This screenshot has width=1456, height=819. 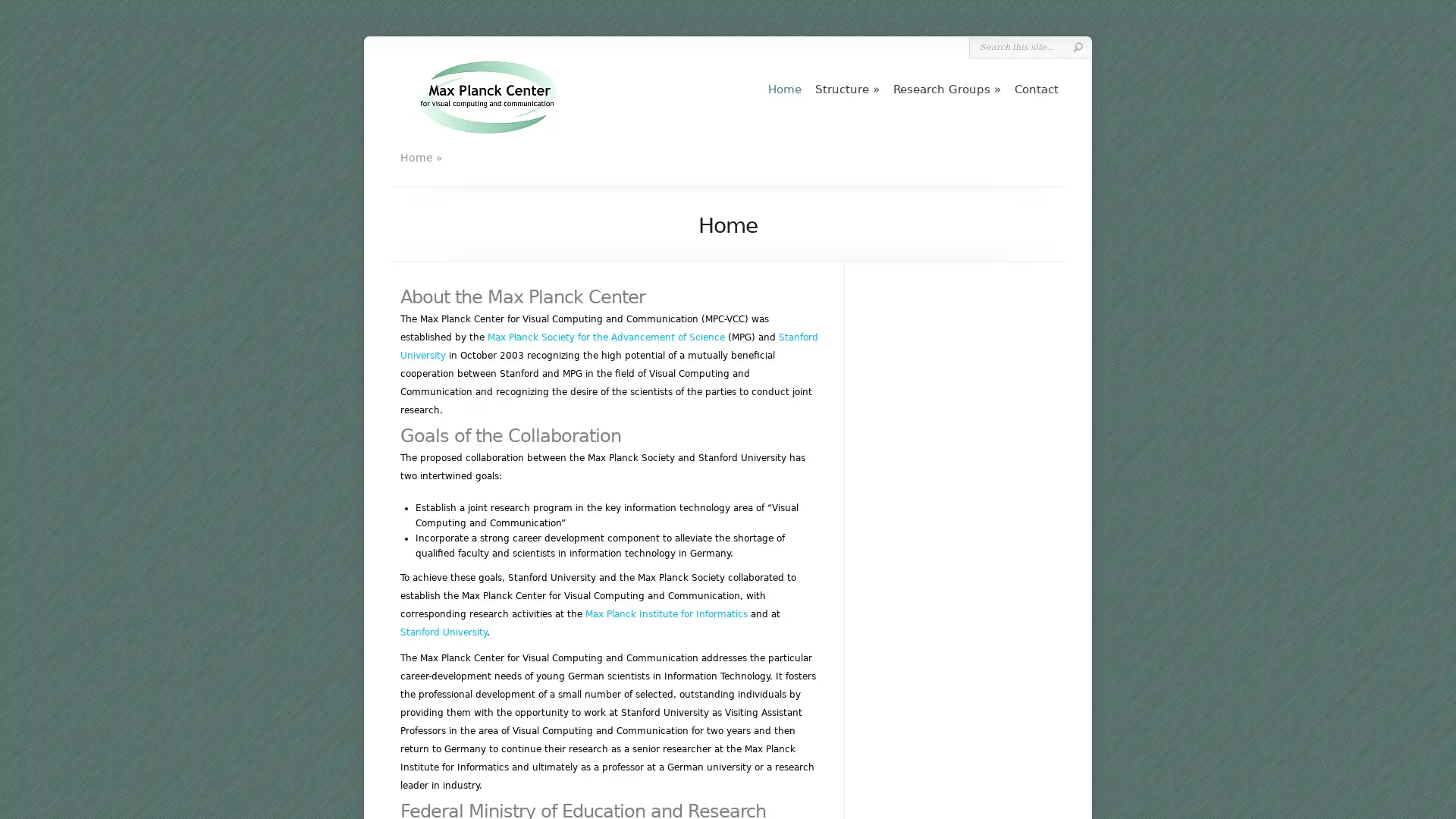 What do you see at coordinates (1077, 46) in the screenshot?
I see `Submit` at bounding box center [1077, 46].